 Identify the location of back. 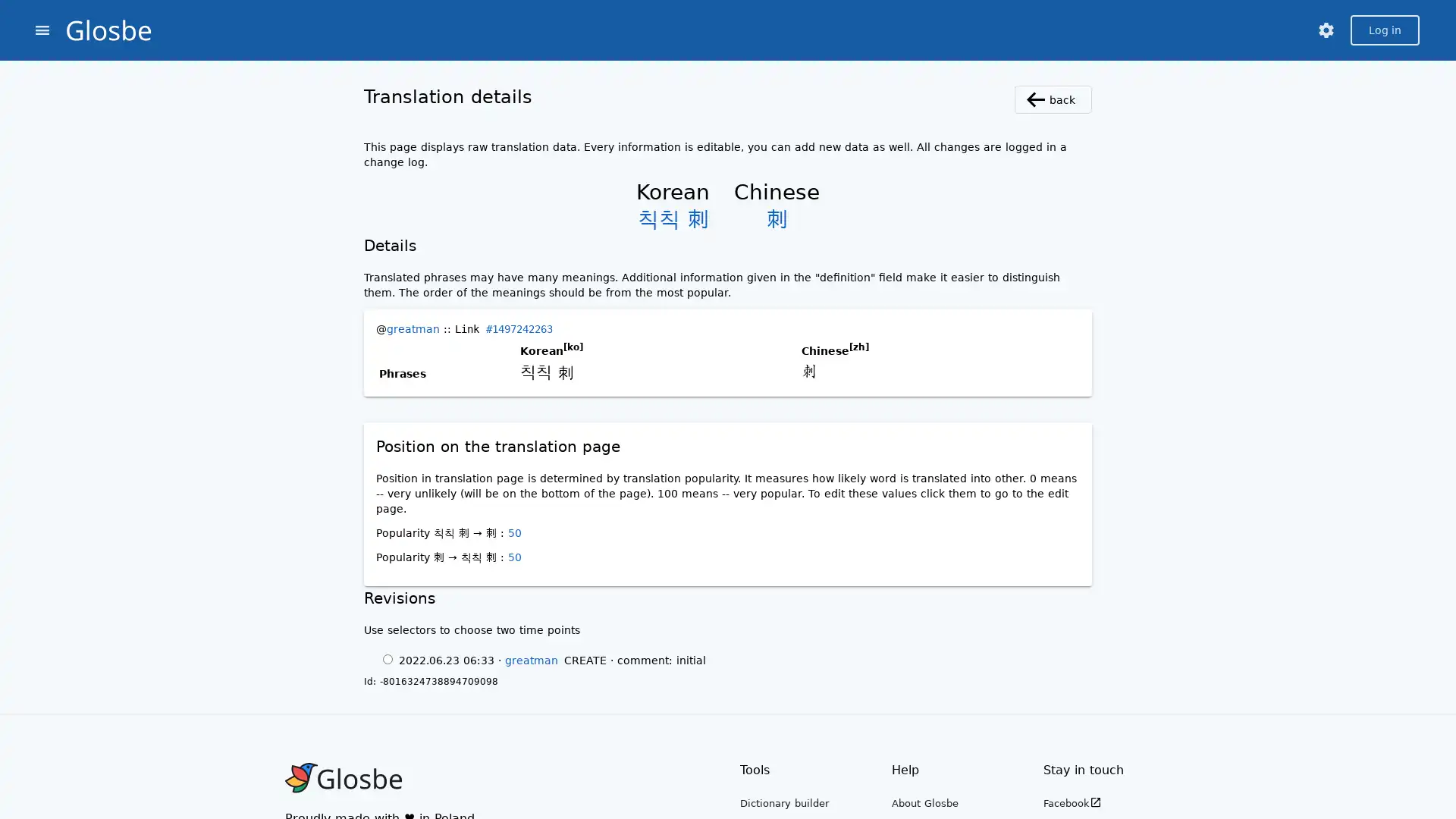
(1052, 99).